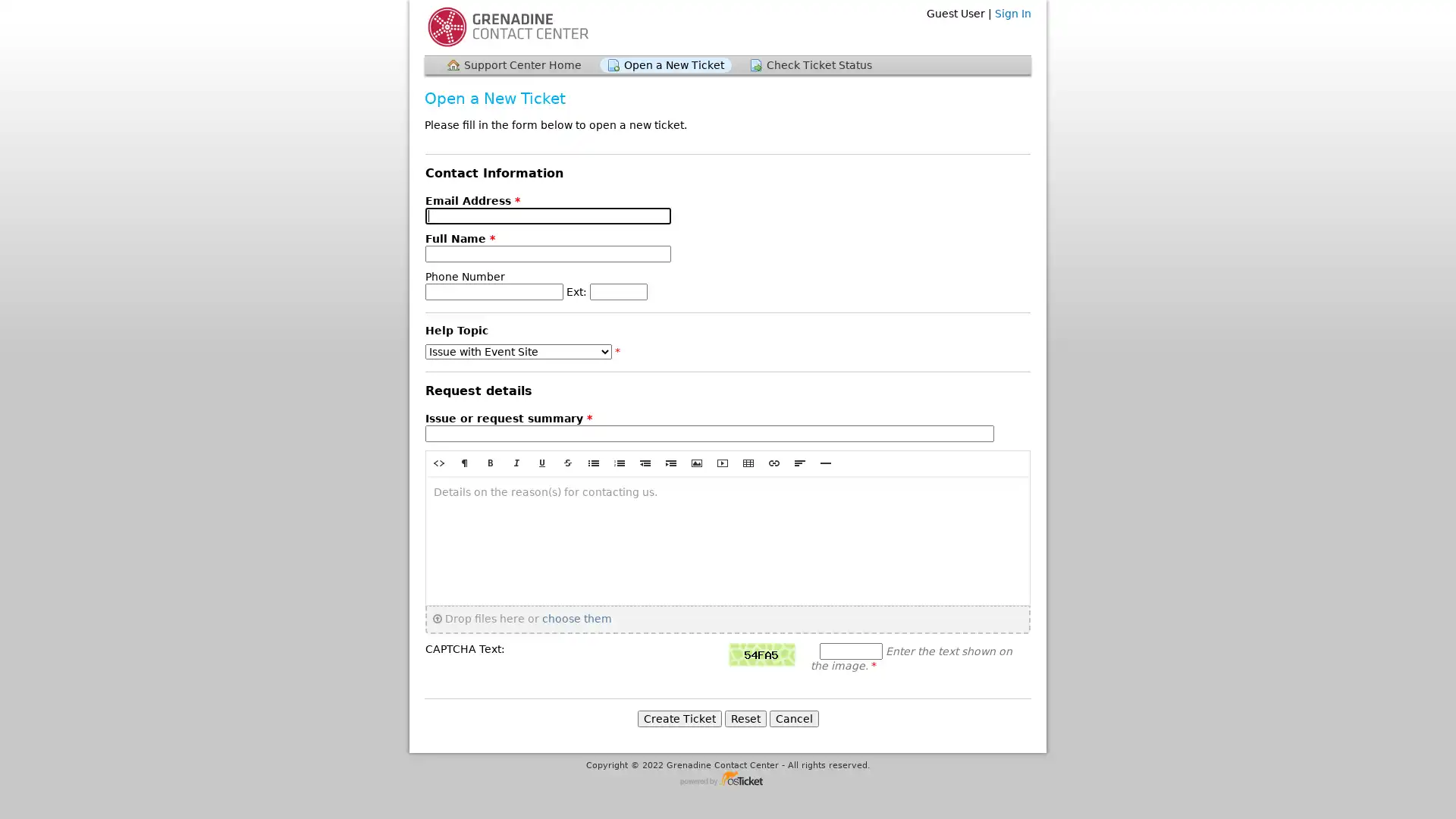 This screenshot has height=819, width=1456. I want to click on &bull; Unordered List, so click(592, 462).